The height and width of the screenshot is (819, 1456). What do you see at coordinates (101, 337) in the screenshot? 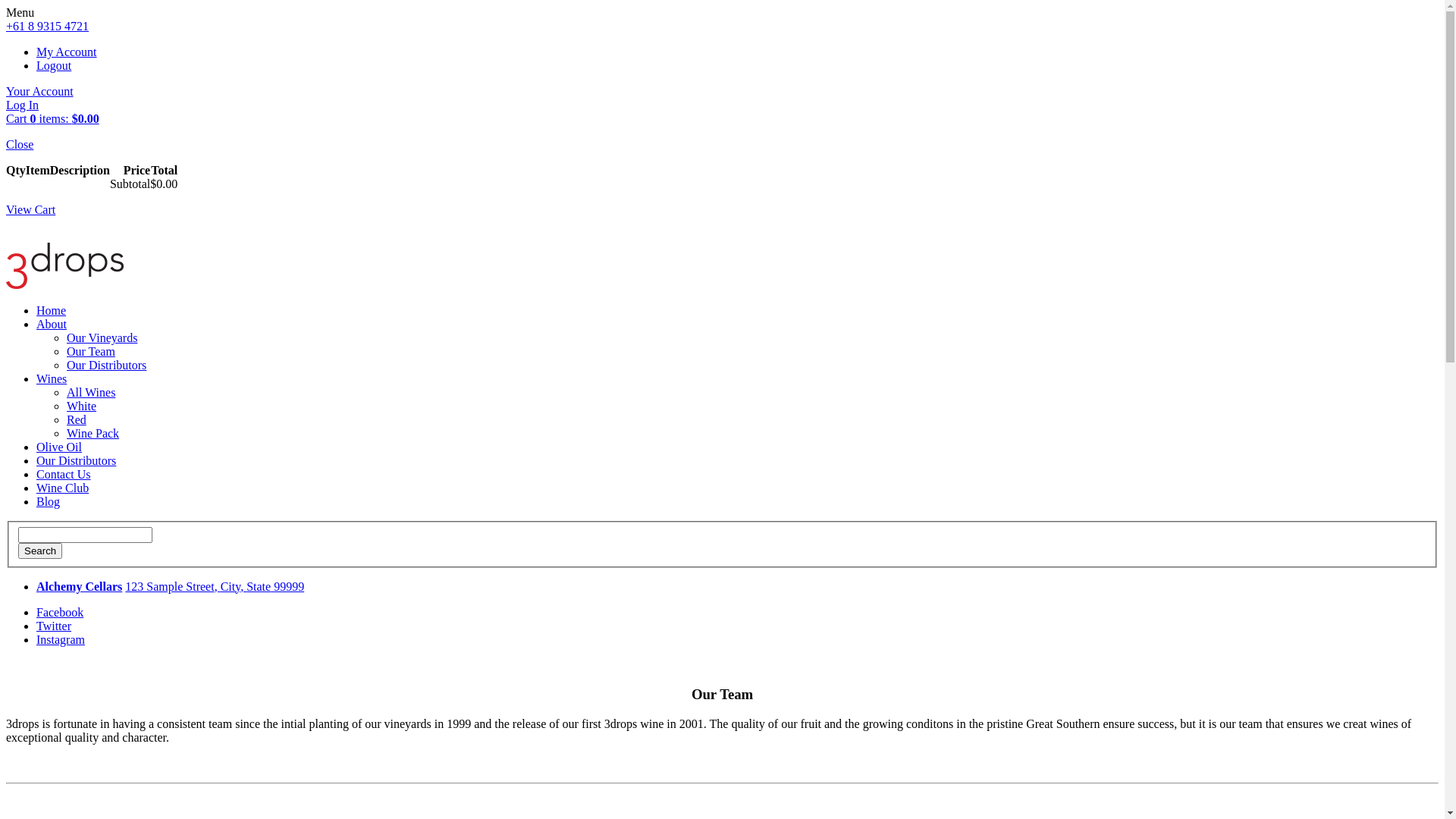
I see `'Our Vineyards'` at bounding box center [101, 337].